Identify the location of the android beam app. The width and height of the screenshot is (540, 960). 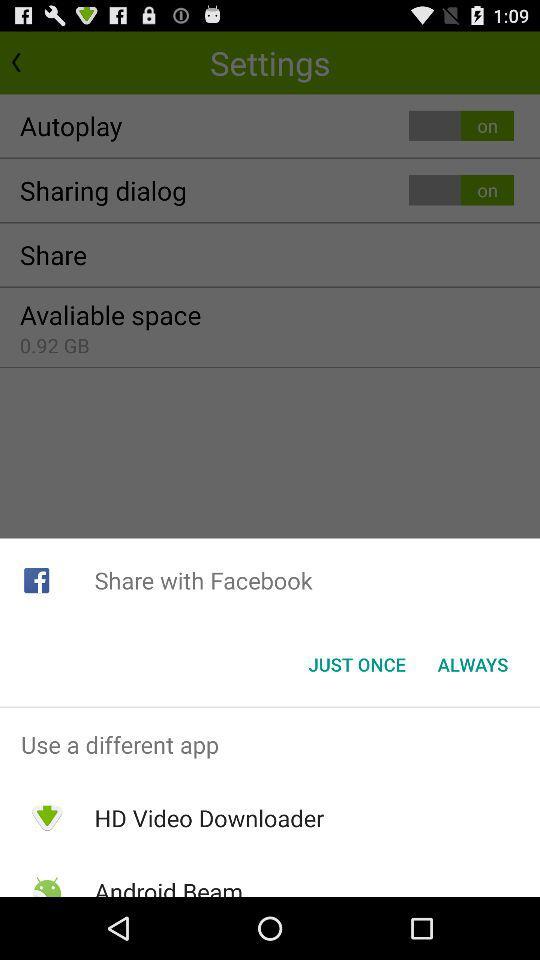
(167, 885).